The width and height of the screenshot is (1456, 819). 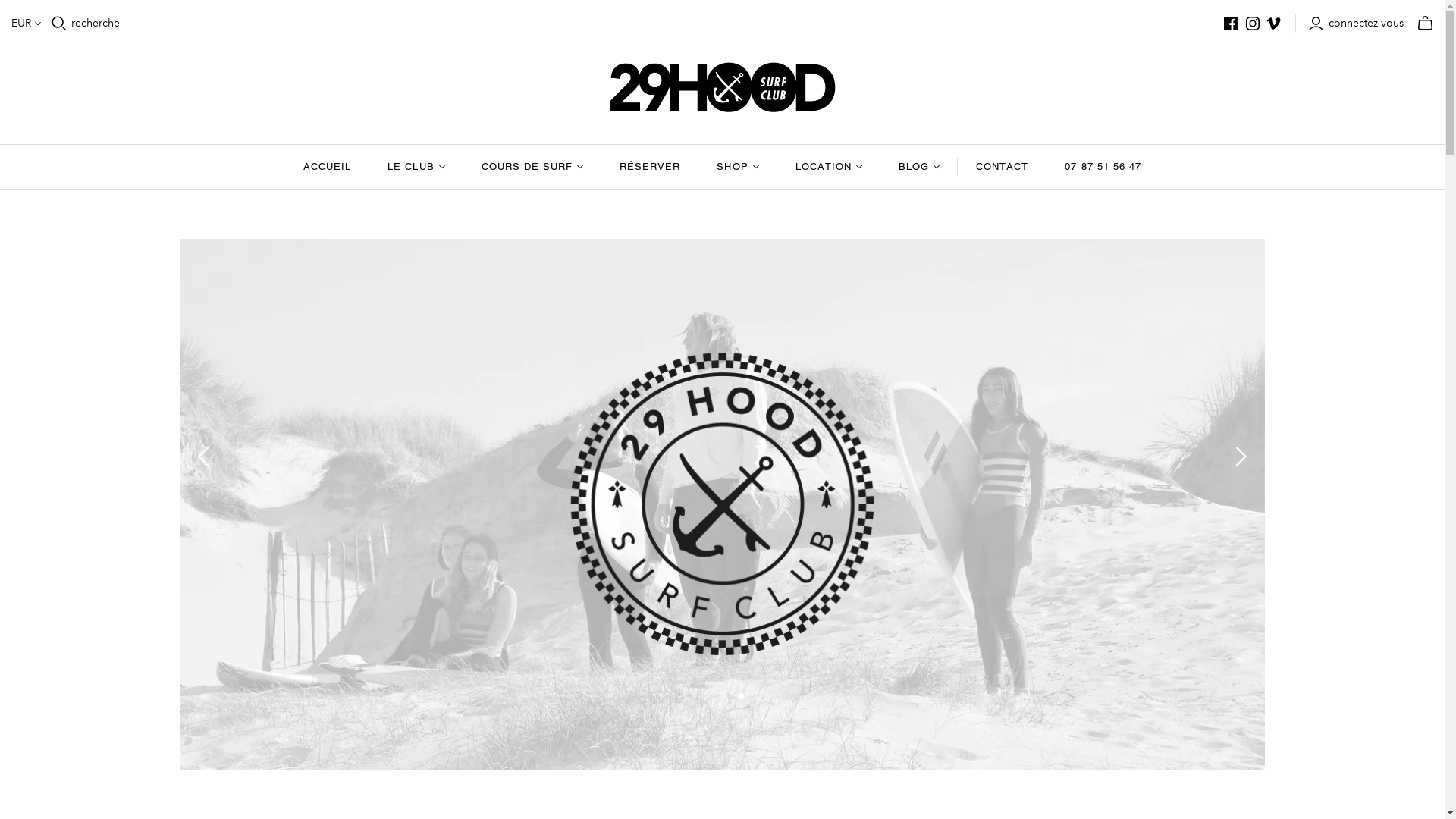 What do you see at coordinates (1103, 166) in the screenshot?
I see `'07 87 51 56 47'` at bounding box center [1103, 166].